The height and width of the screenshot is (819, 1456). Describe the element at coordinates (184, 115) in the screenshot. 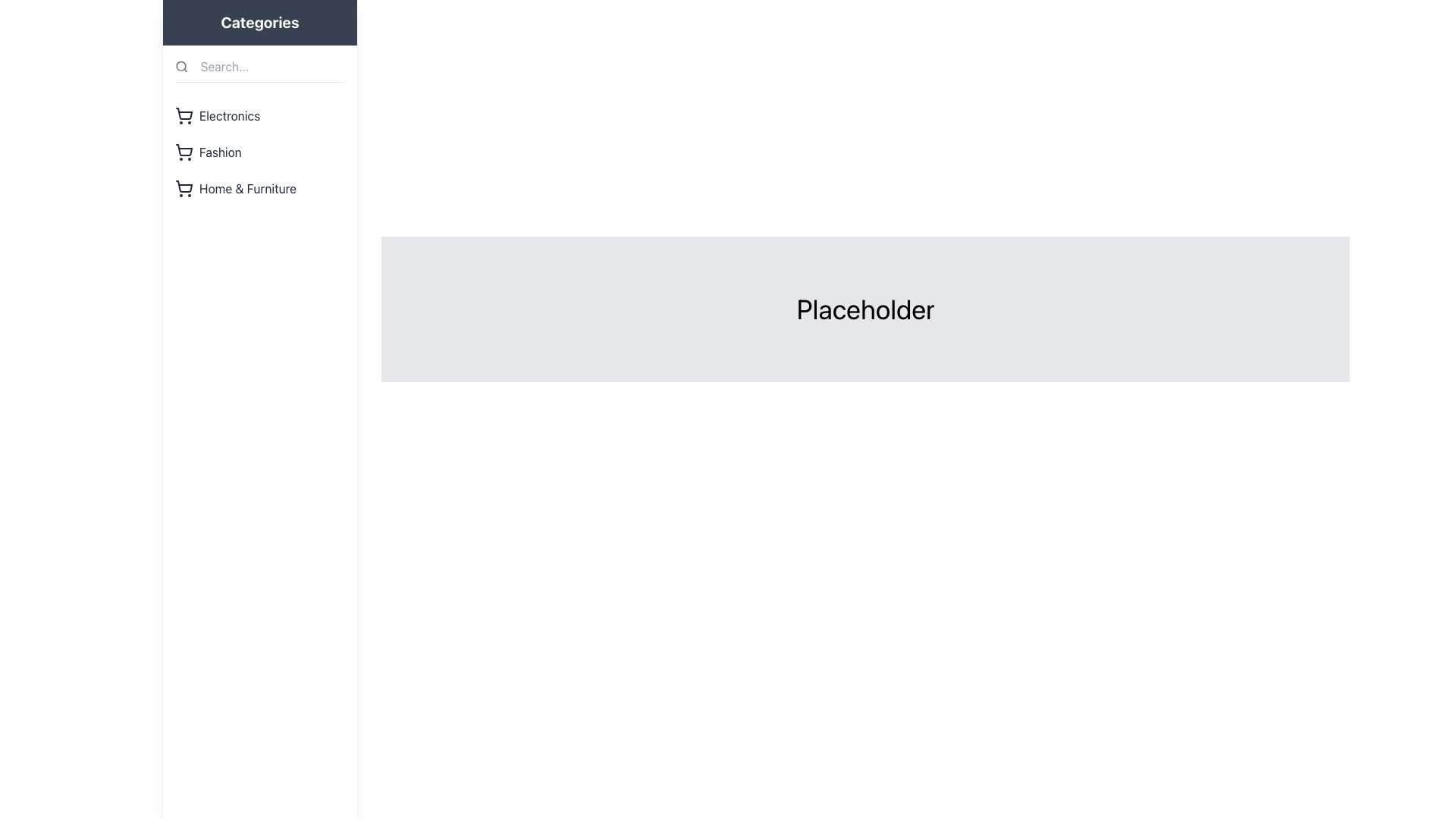

I see `the shopping cart icon, which is a line-drawn cart outline with two circular wheels, located to the left of the 'Electronics' text in the vertical category navigation bar` at that location.